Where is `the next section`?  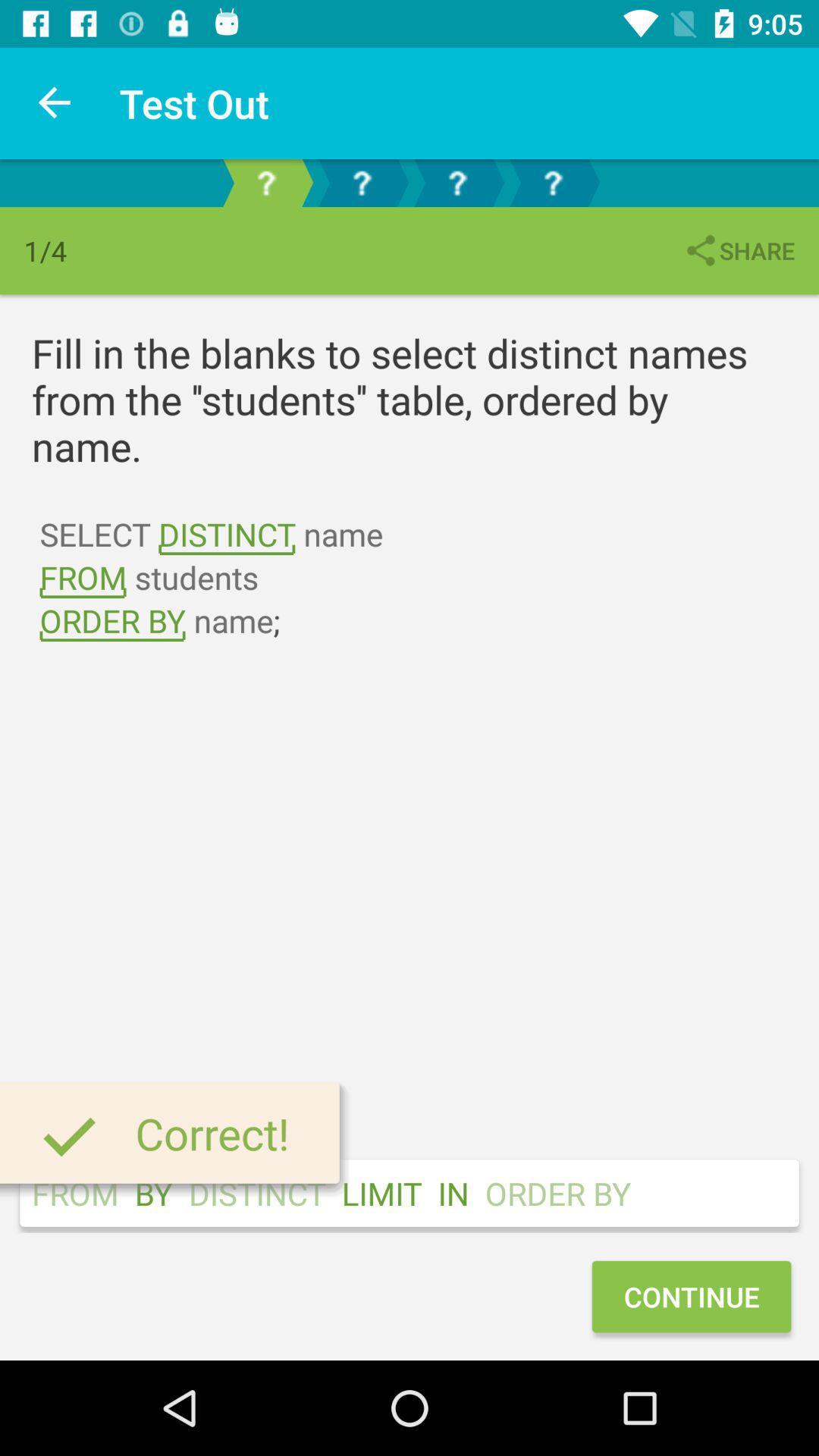
the next section is located at coordinates (362, 182).